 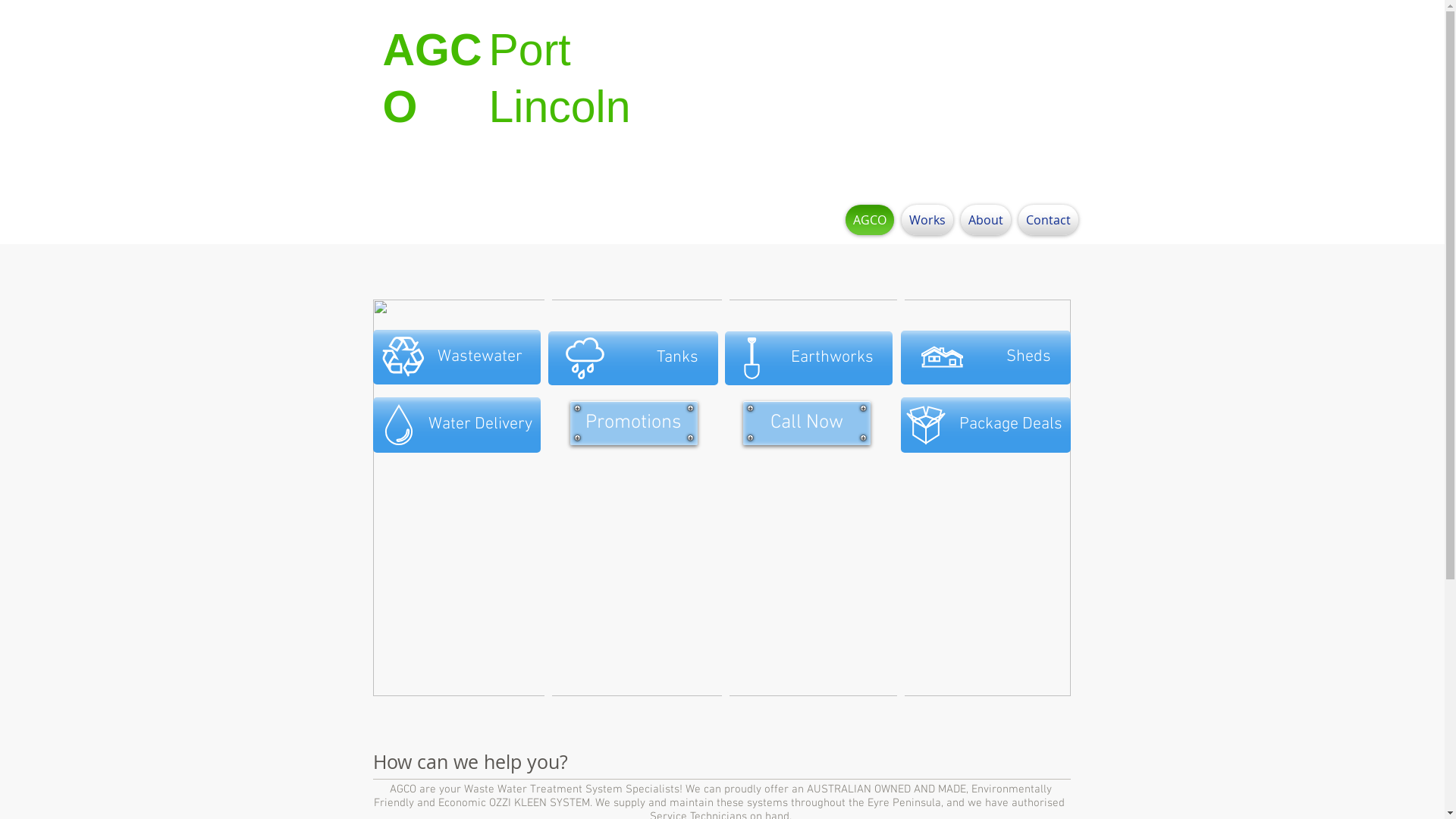 I want to click on 'Sheds', so click(x=986, y=357).